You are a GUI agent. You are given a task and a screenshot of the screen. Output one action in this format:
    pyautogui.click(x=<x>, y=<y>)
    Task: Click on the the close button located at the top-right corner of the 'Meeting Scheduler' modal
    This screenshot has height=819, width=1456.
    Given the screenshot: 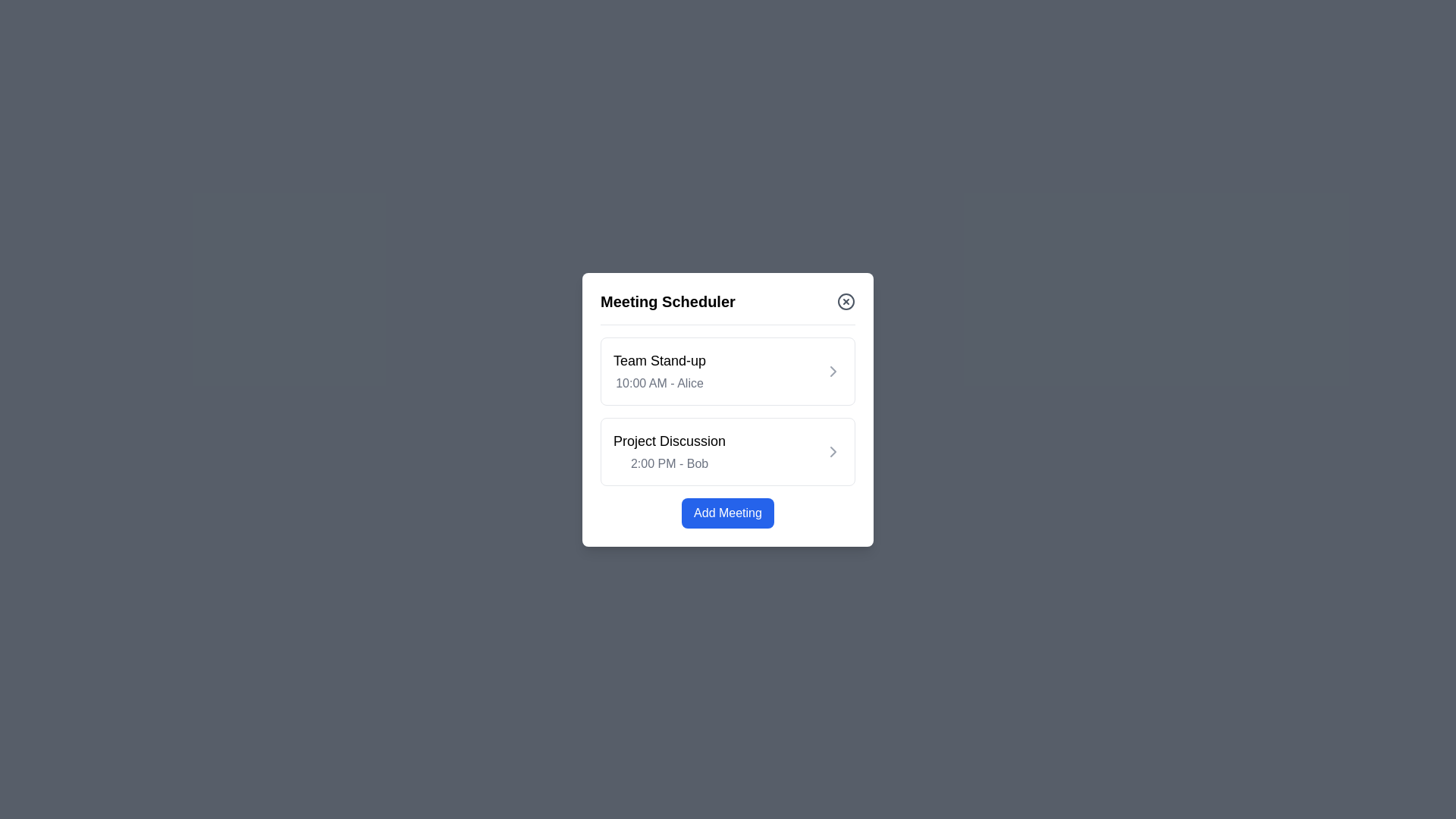 What is the action you would take?
    pyautogui.click(x=846, y=301)
    